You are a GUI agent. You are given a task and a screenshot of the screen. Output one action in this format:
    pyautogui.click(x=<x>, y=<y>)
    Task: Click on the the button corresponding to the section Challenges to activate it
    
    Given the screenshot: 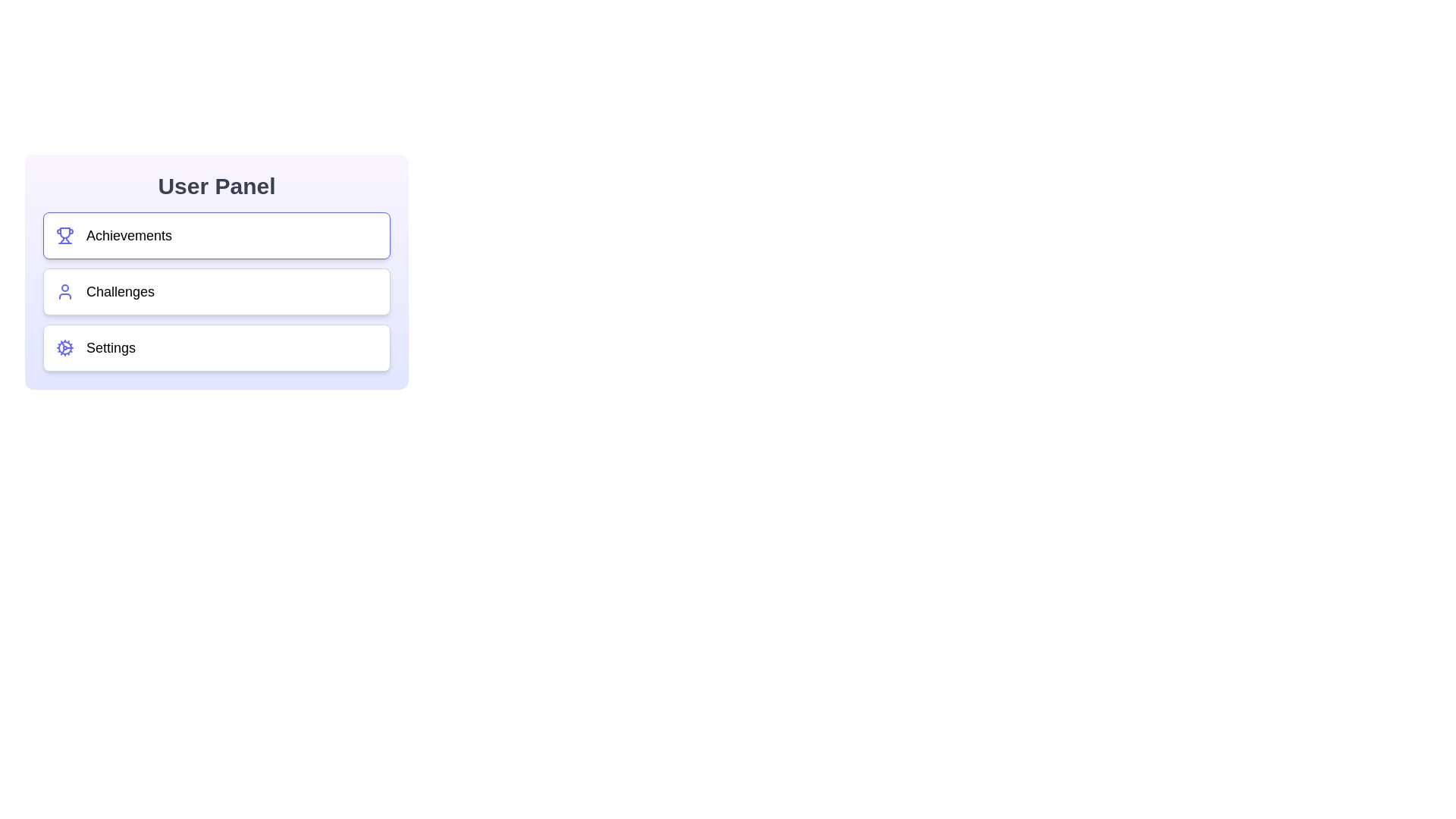 What is the action you would take?
    pyautogui.click(x=231, y=292)
    